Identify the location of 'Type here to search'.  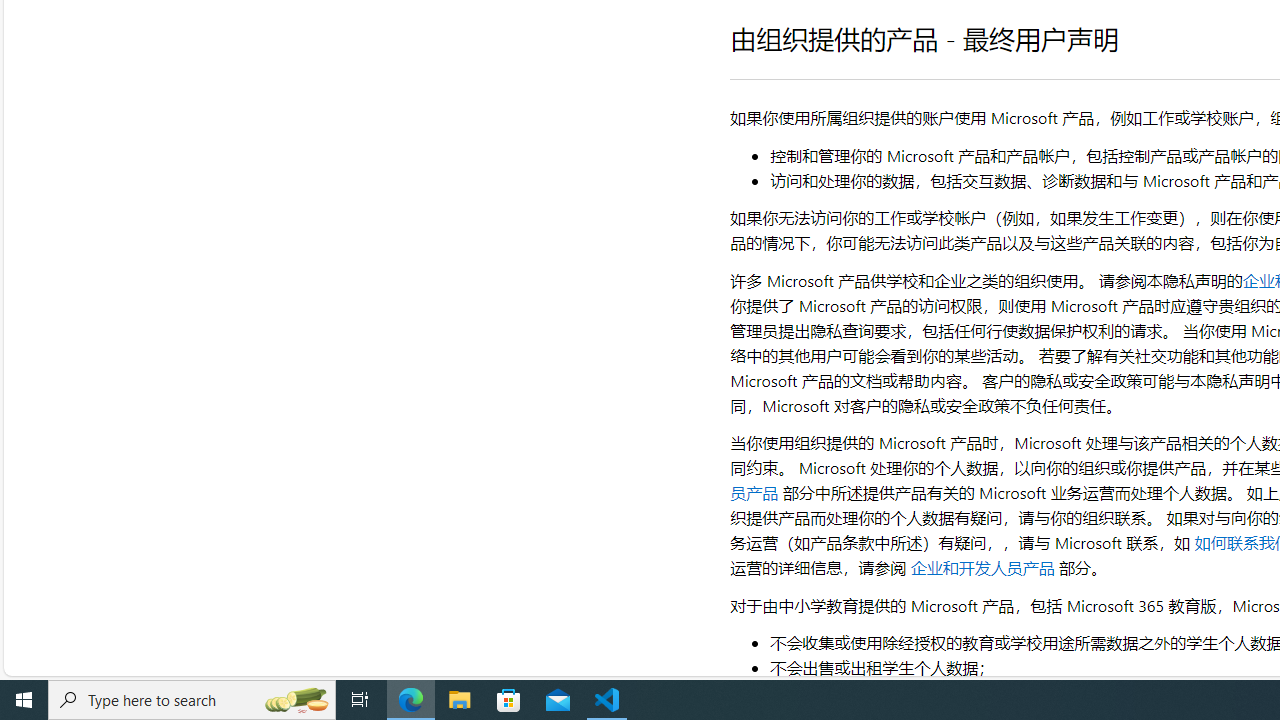
(192, 698).